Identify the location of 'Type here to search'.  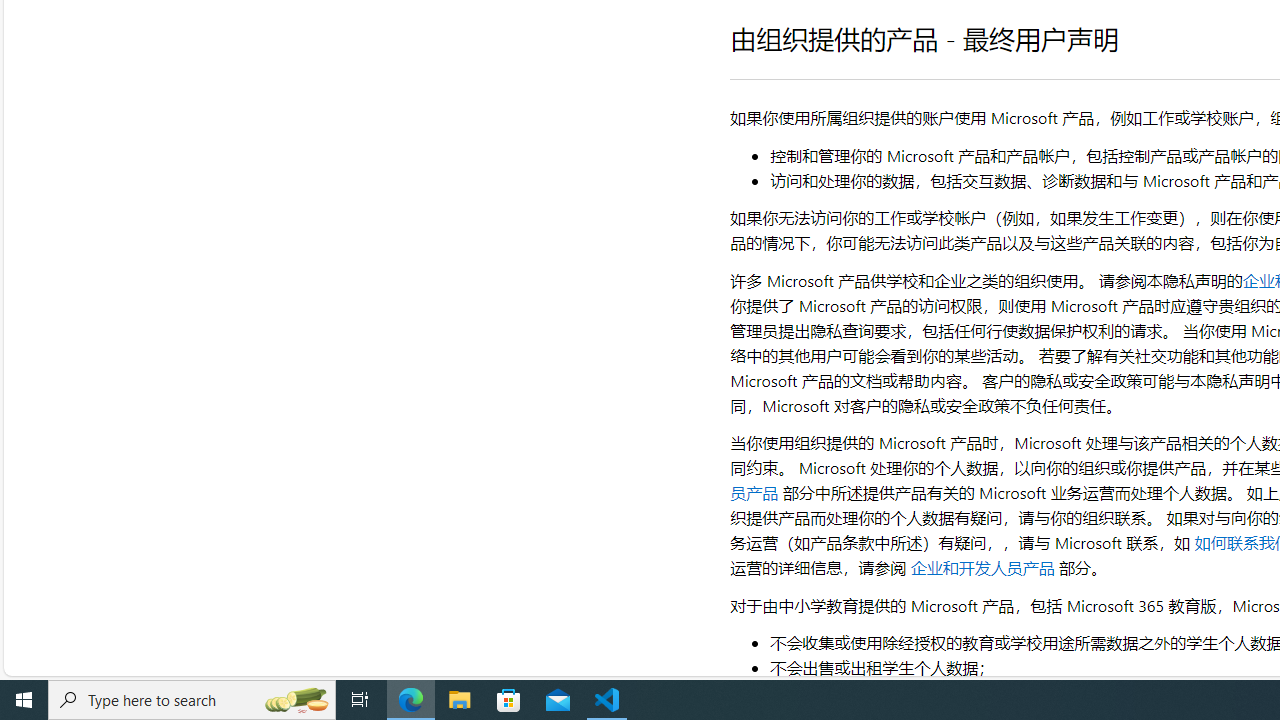
(192, 698).